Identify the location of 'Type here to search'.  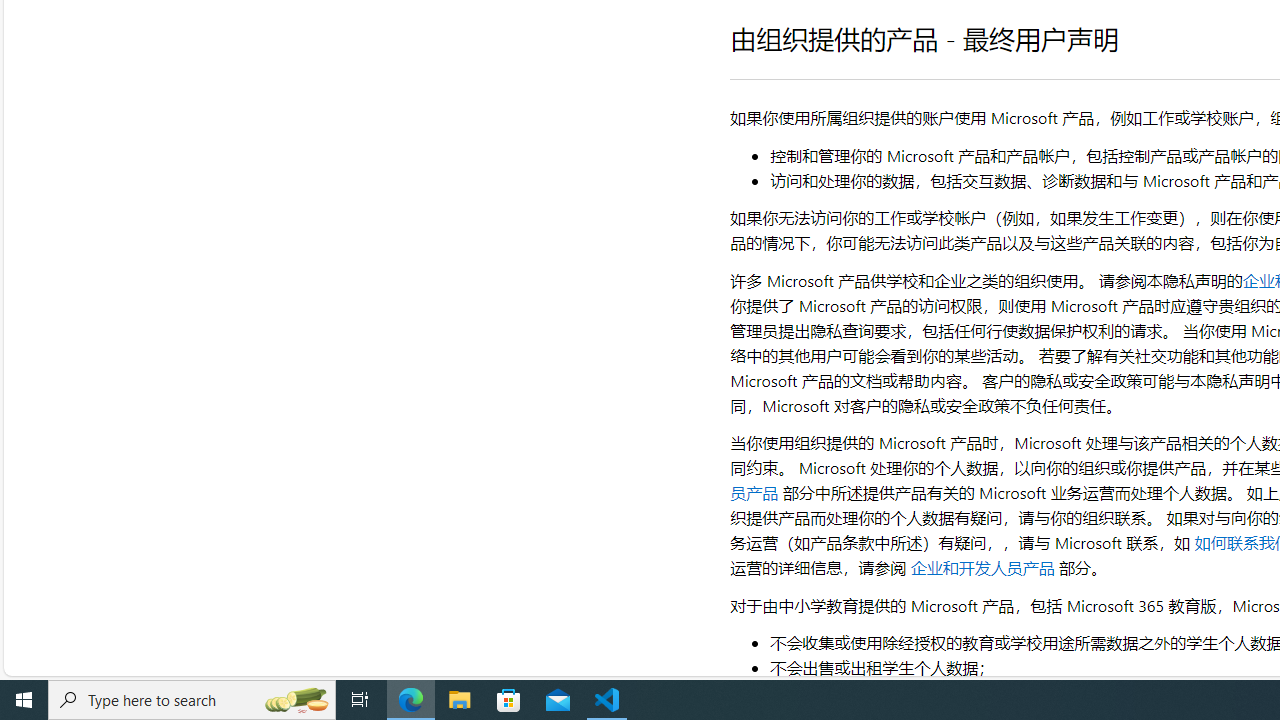
(192, 698).